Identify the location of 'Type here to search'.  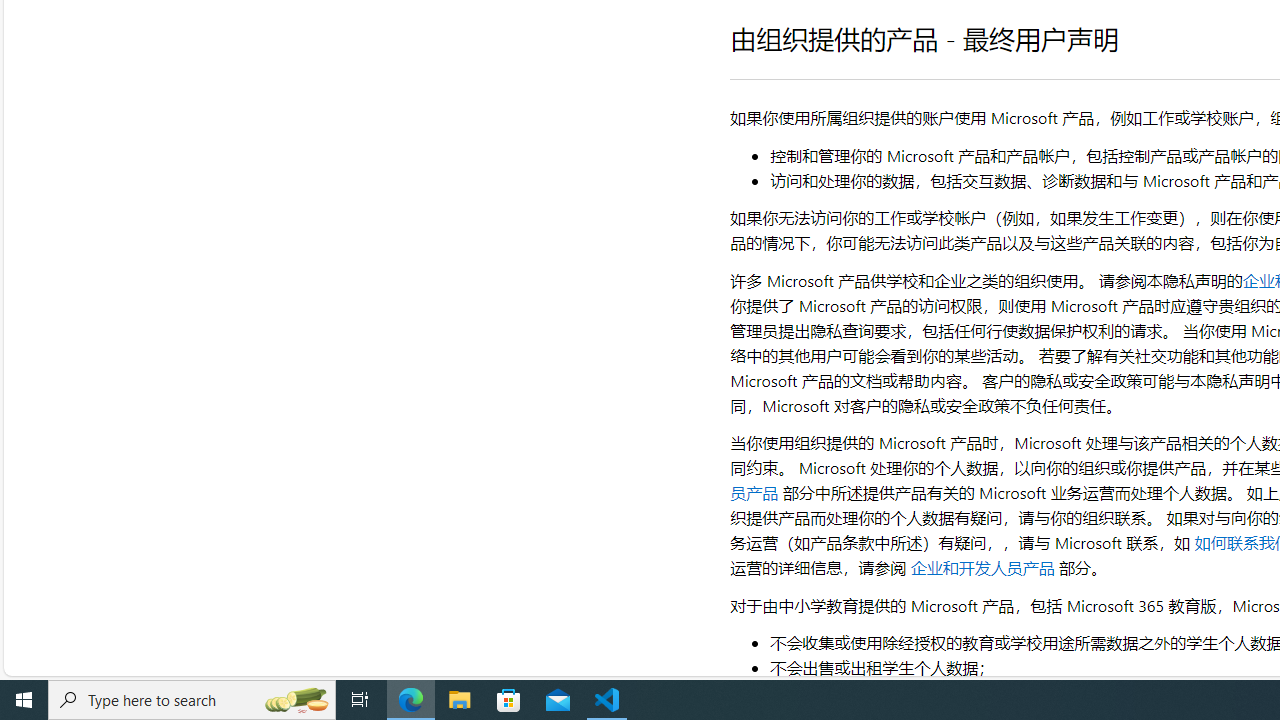
(192, 698).